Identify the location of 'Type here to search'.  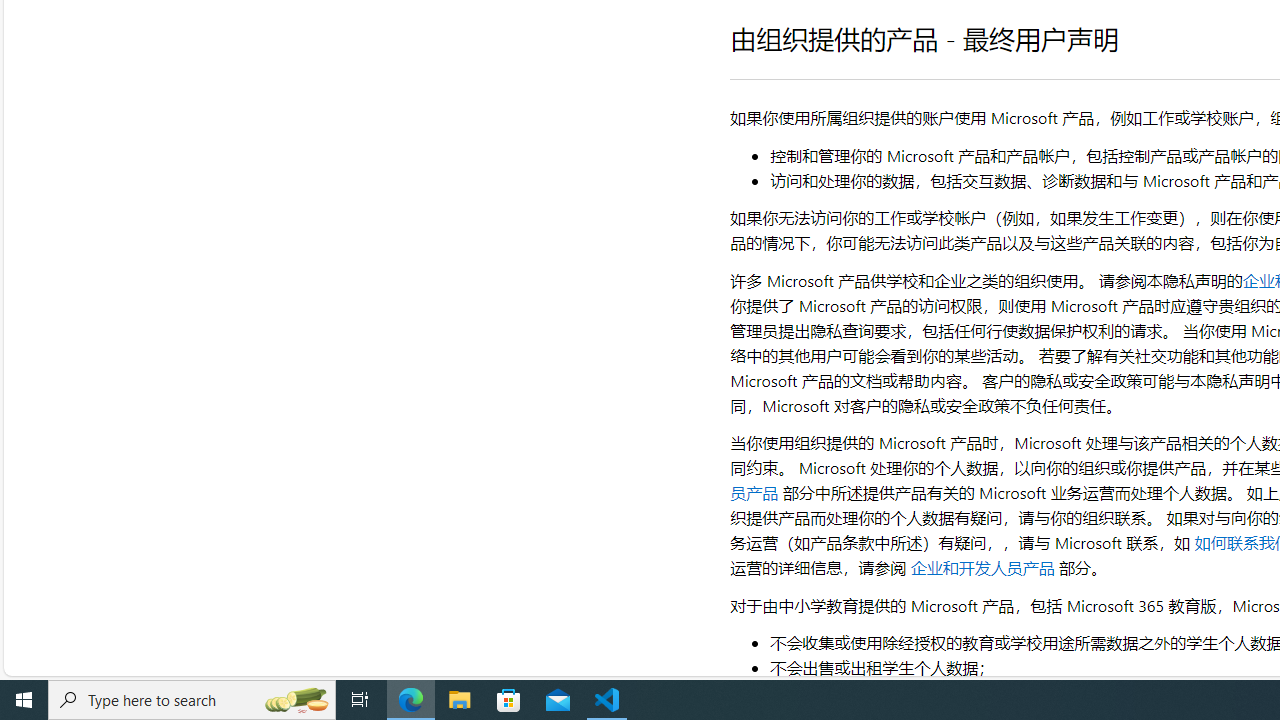
(192, 698).